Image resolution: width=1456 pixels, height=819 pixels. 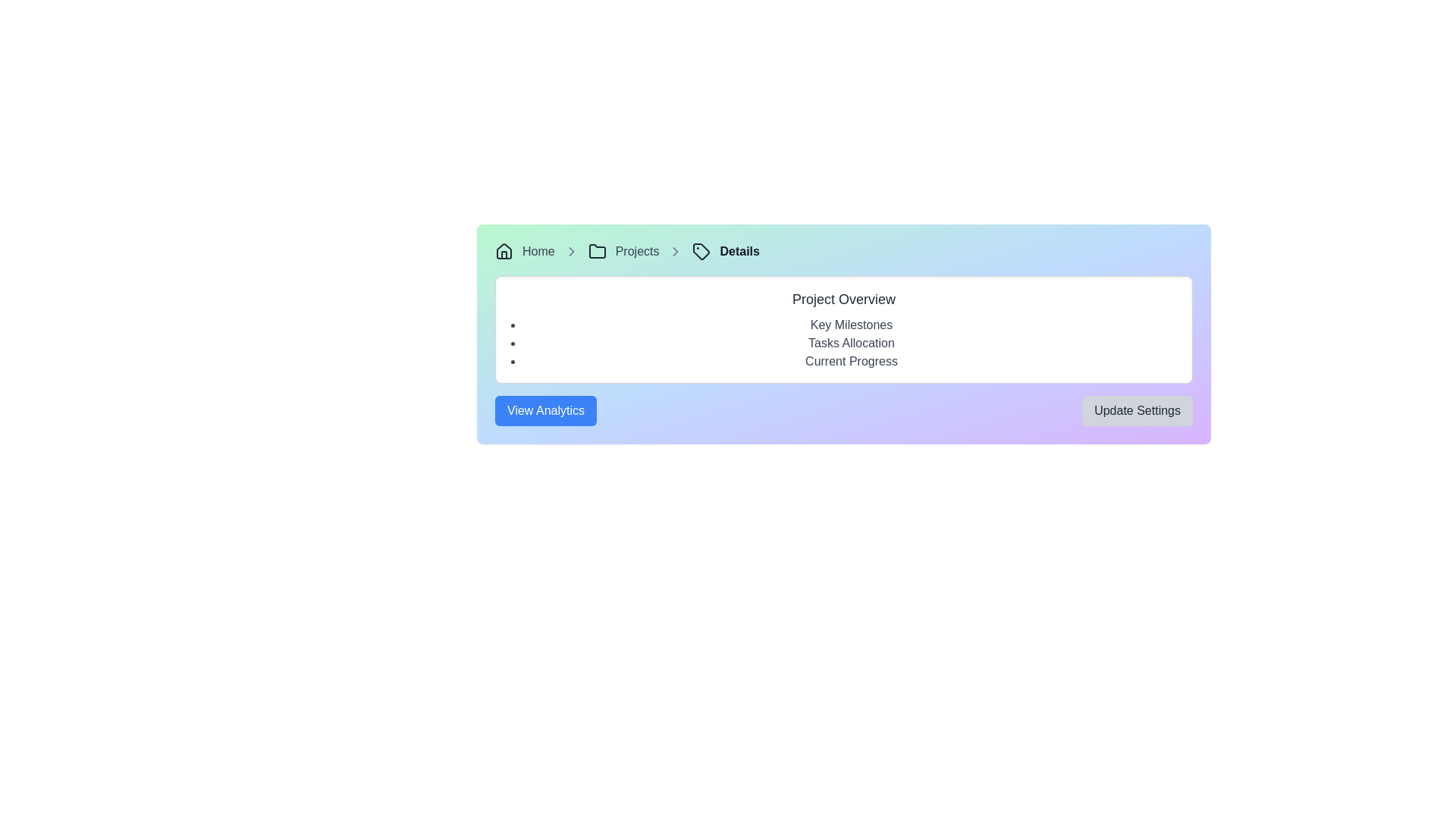 I want to click on the 'Projects' hyperlink in the breadcrumb navigation bar, so click(x=637, y=250).